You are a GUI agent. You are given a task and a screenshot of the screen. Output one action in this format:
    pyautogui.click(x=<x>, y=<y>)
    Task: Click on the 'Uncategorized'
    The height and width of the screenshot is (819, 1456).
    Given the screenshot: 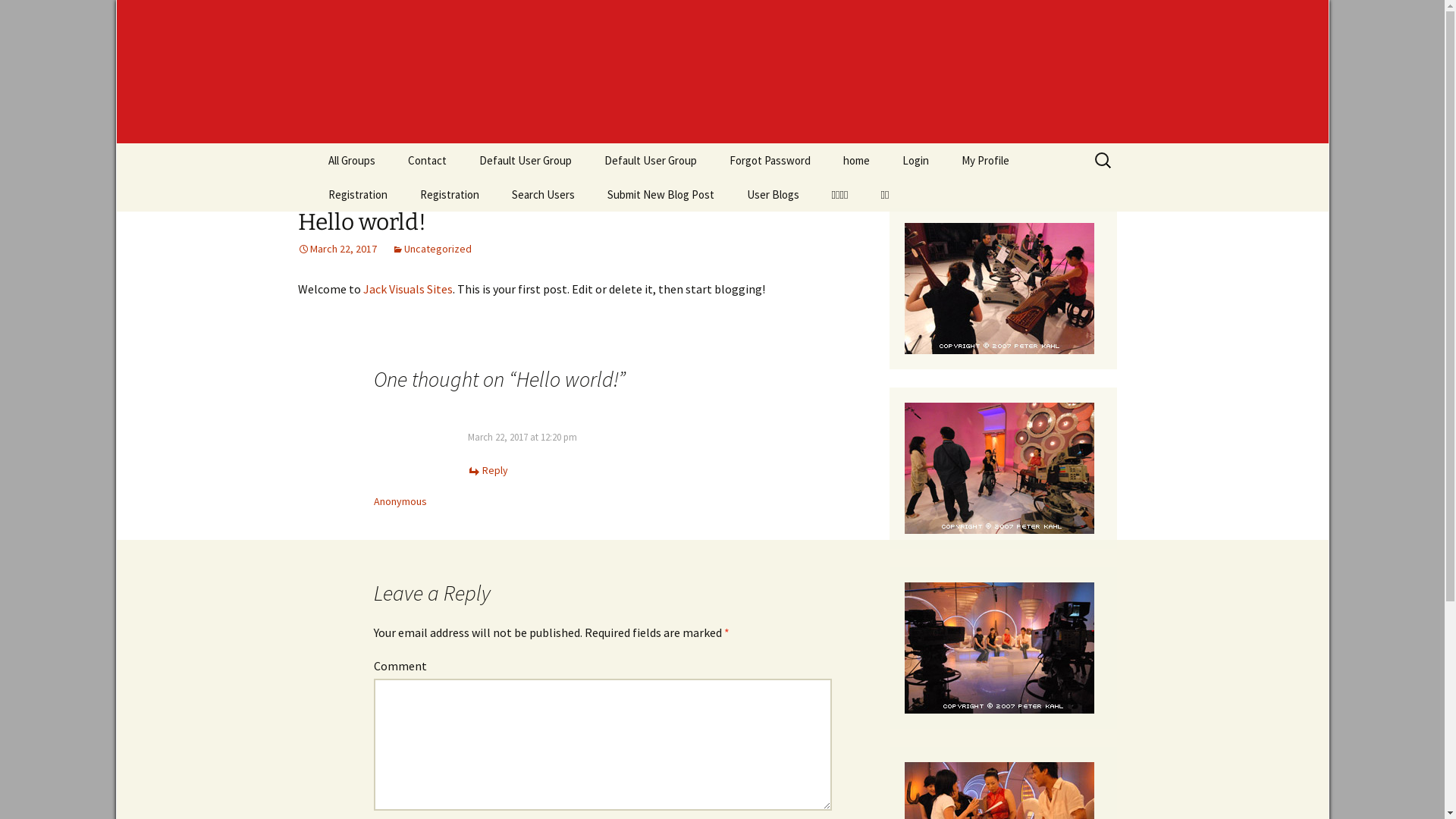 What is the action you would take?
    pyautogui.click(x=430, y=247)
    